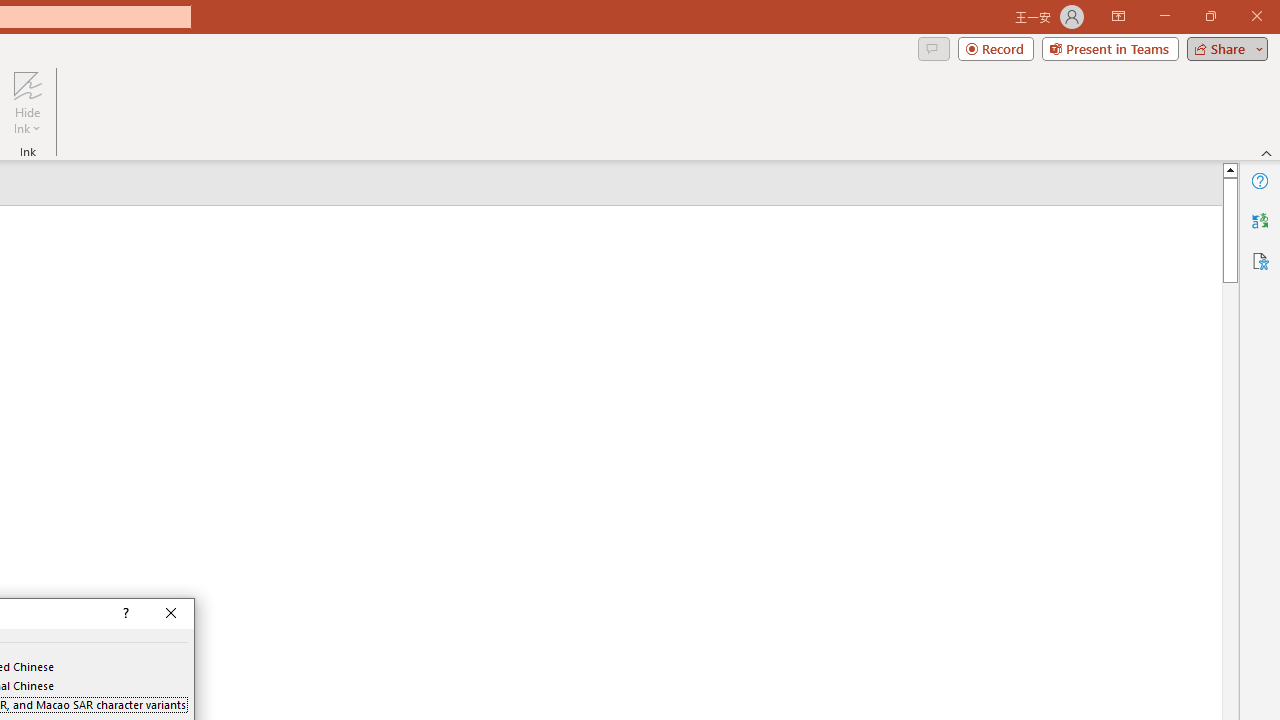  What do you see at coordinates (27, 103) in the screenshot?
I see `'Hide Ink'` at bounding box center [27, 103].